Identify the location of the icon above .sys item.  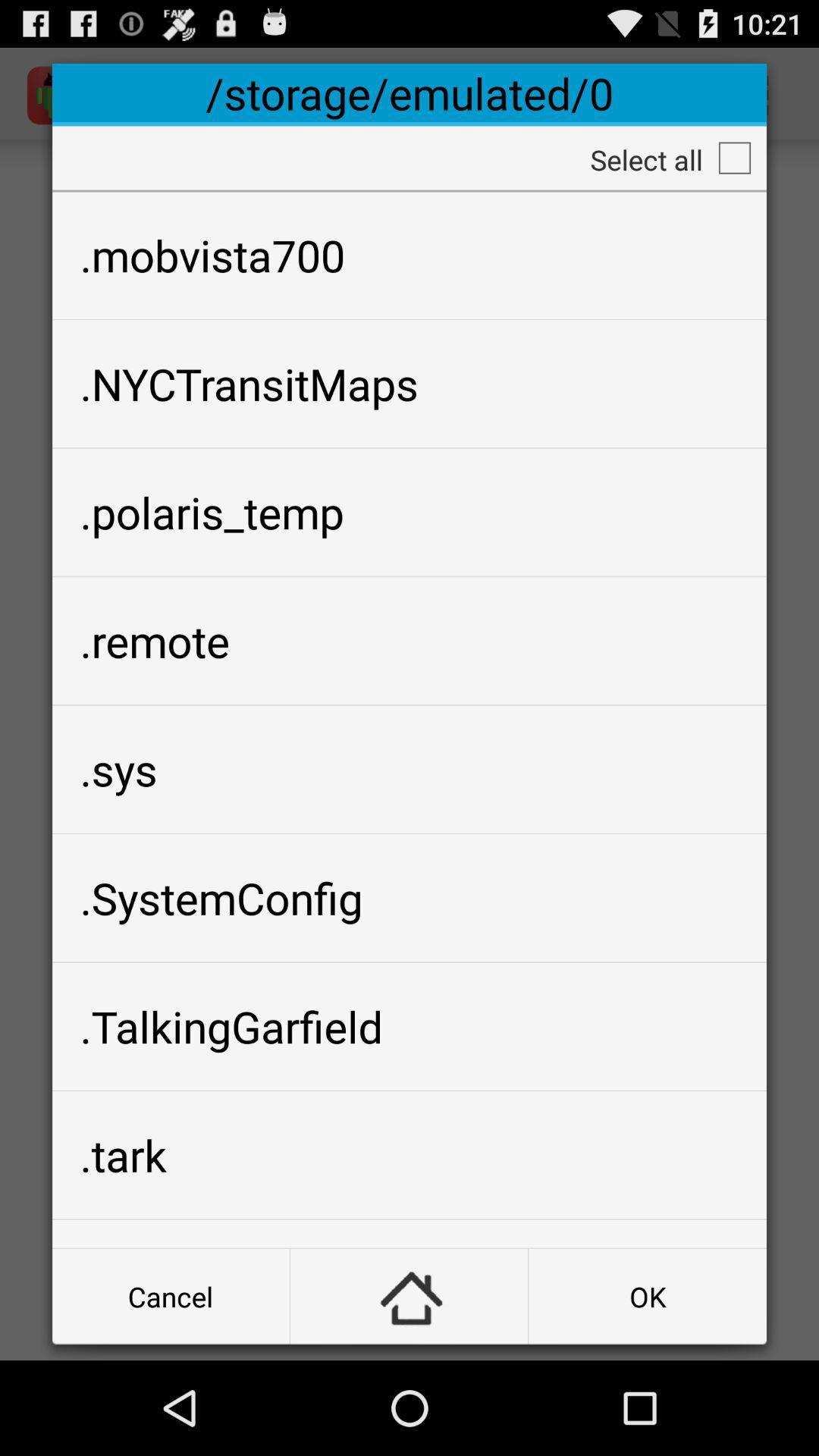
(409, 641).